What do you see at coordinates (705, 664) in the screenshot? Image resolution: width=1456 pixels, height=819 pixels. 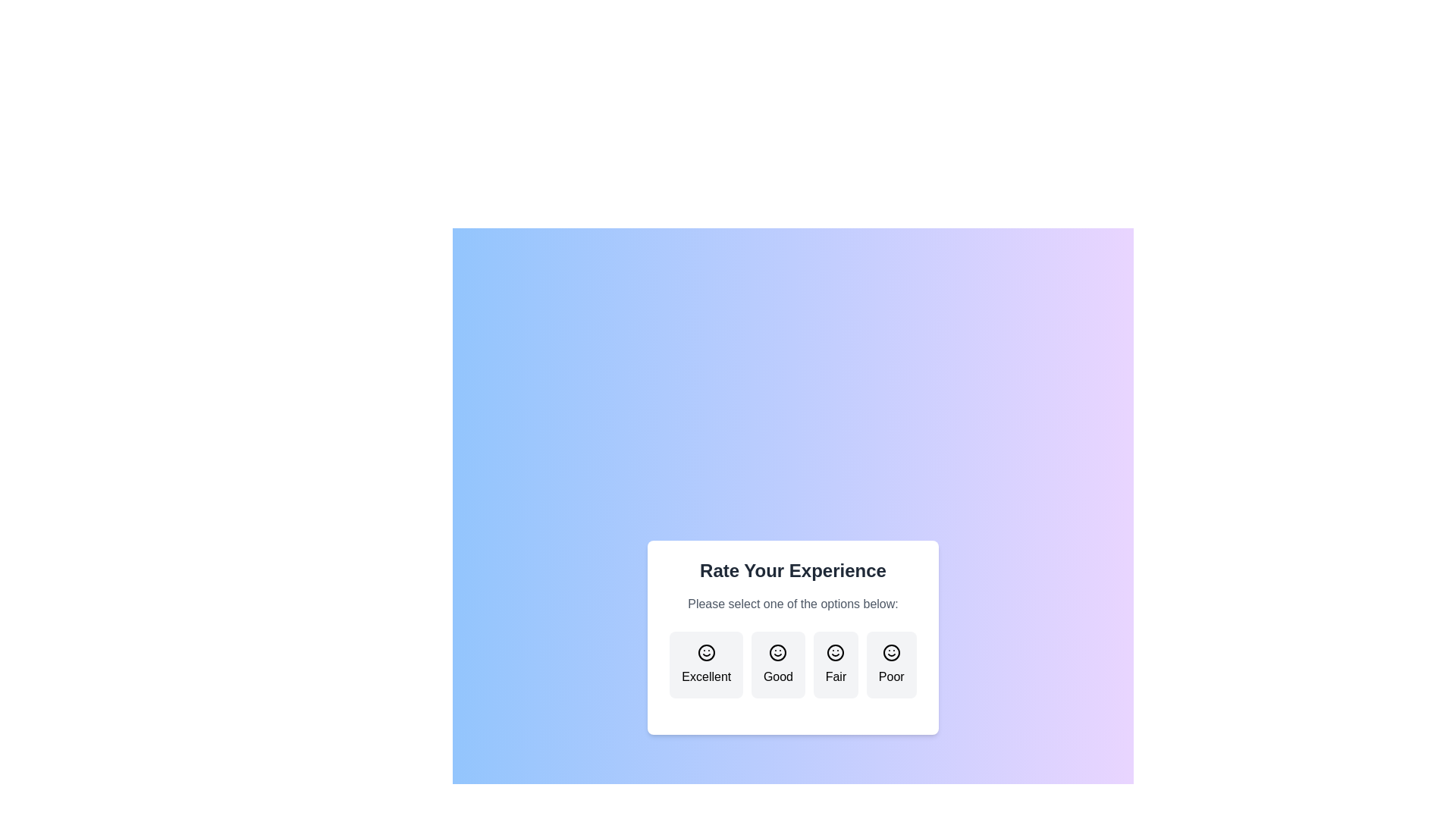 I see `the 'Excellent' button, the first button in the row of four options for rating experience, to trigger its hover effect` at bounding box center [705, 664].